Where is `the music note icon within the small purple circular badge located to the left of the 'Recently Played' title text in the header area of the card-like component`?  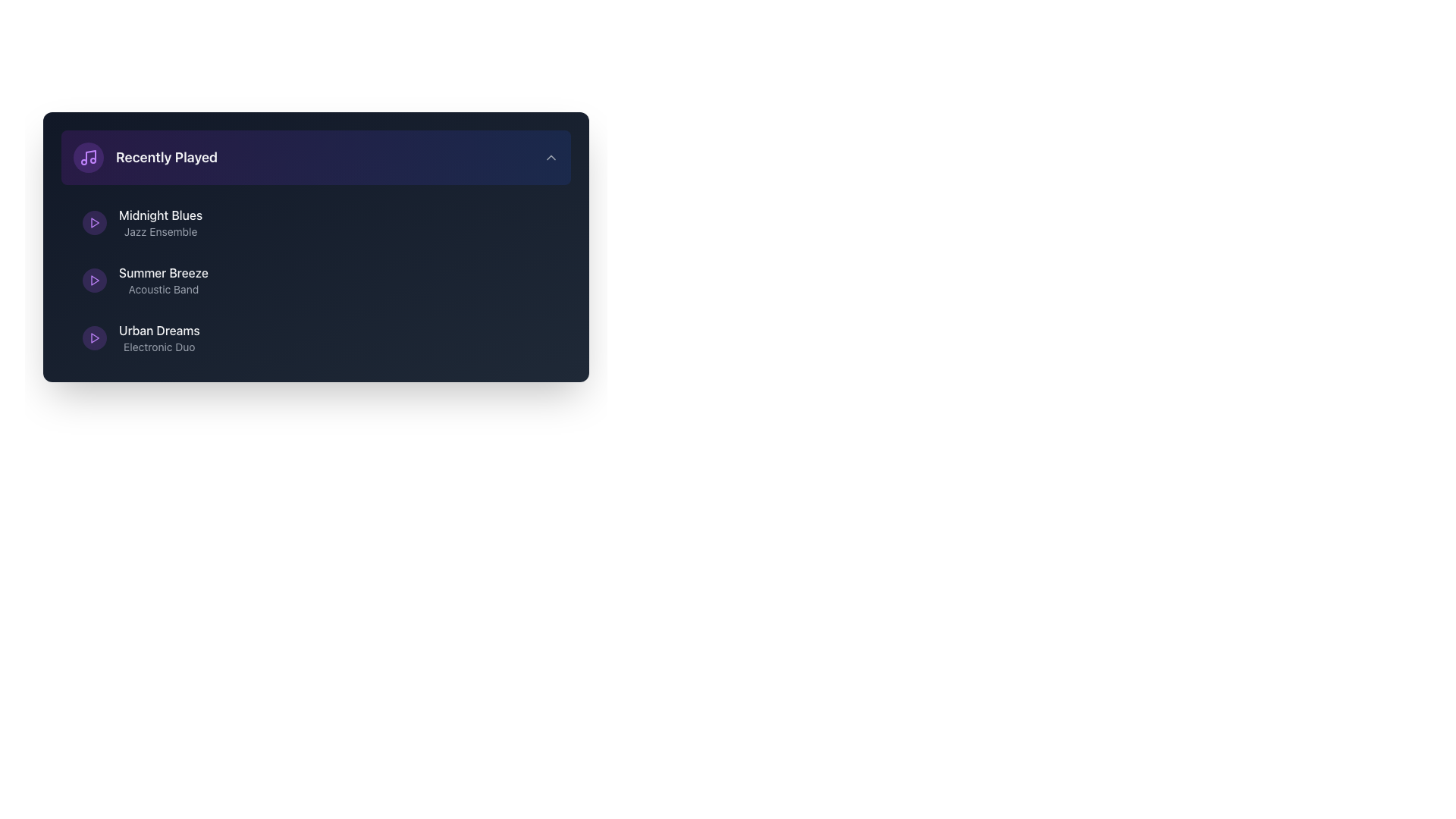 the music note icon within the small purple circular badge located to the left of the 'Recently Played' title text in the header area of the card-like component is located at coordinates (87, 158).